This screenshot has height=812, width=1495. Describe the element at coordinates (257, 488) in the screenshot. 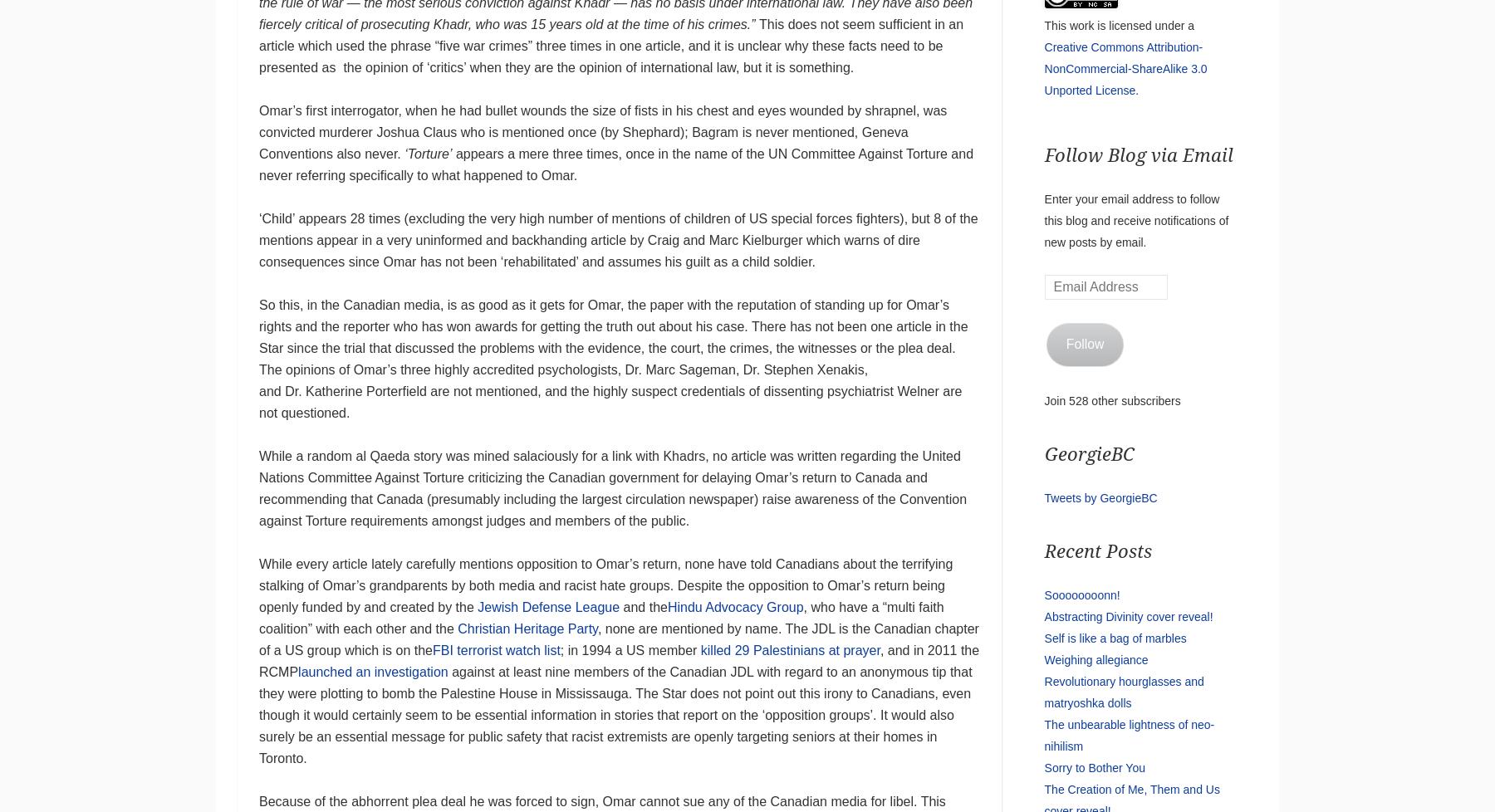

I see `'While a random al Qaeda story was mined salaciously for a link with Khadrs, no article was written regarding the United Nations Committee Against Torture criticizing the Canadian government for delaying Omar’s return to Canada and recommending that Canada (presumably including the largest circulation newspaper) raise awareness of the Convention against Torture requirements amongst judges and members of the public.'` at that location.